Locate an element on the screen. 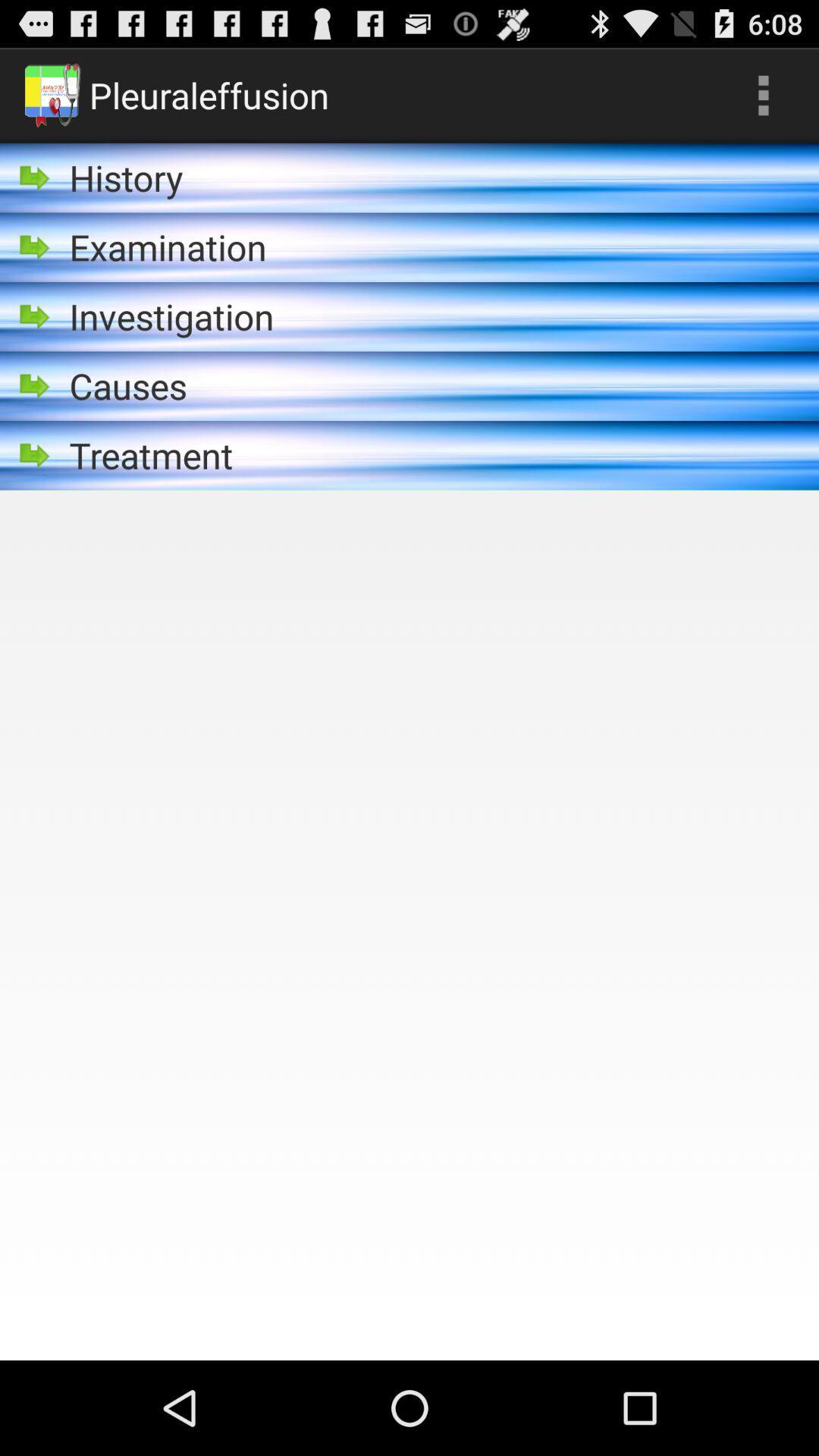  icon left to investigation is located at coordinates (35, 315).